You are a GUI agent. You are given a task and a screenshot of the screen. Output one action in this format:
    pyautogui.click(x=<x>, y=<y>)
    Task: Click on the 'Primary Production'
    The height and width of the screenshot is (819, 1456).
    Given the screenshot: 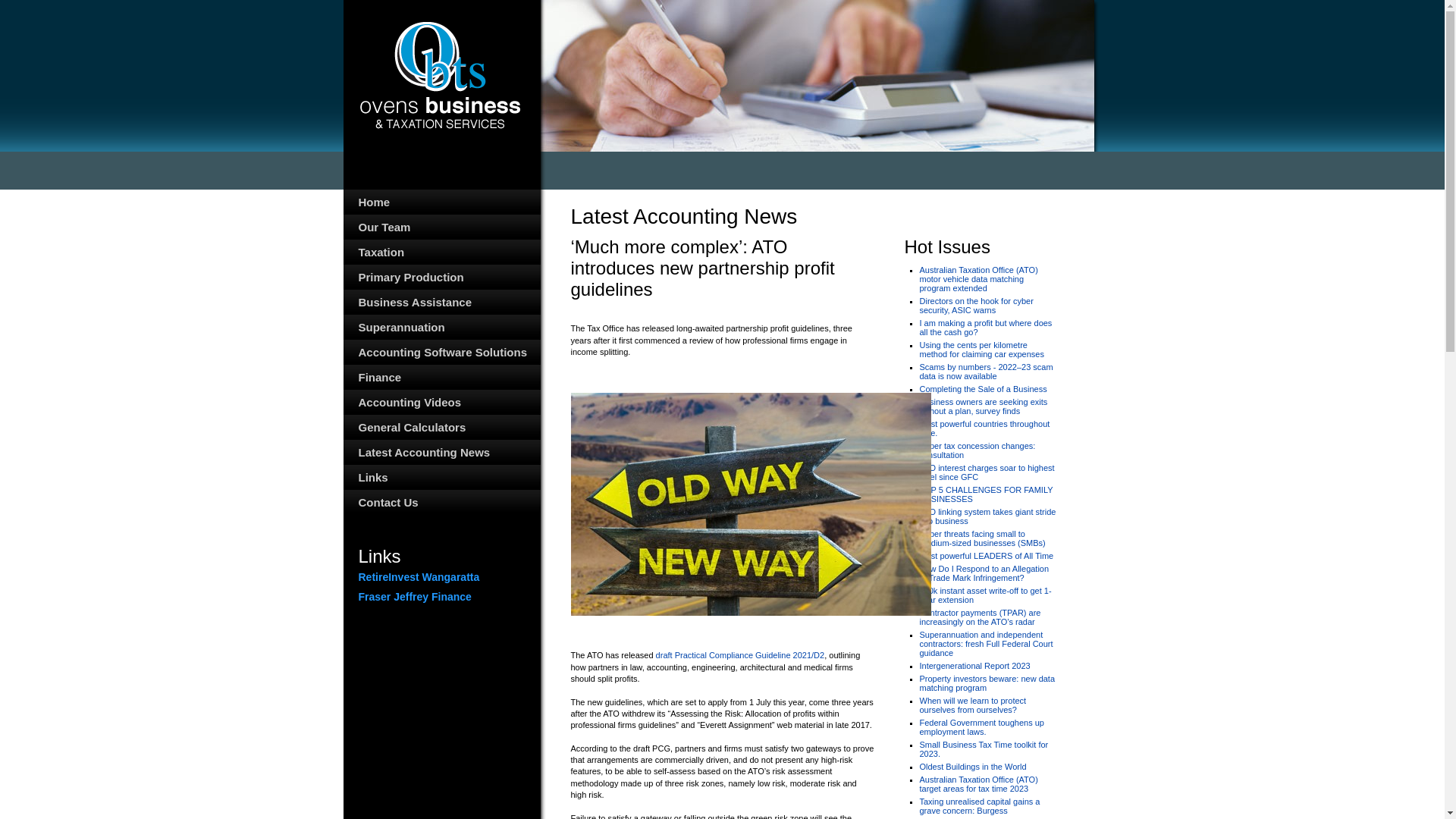 What is the action you would take?
    pyautogui.click(x=440, y=277)
    